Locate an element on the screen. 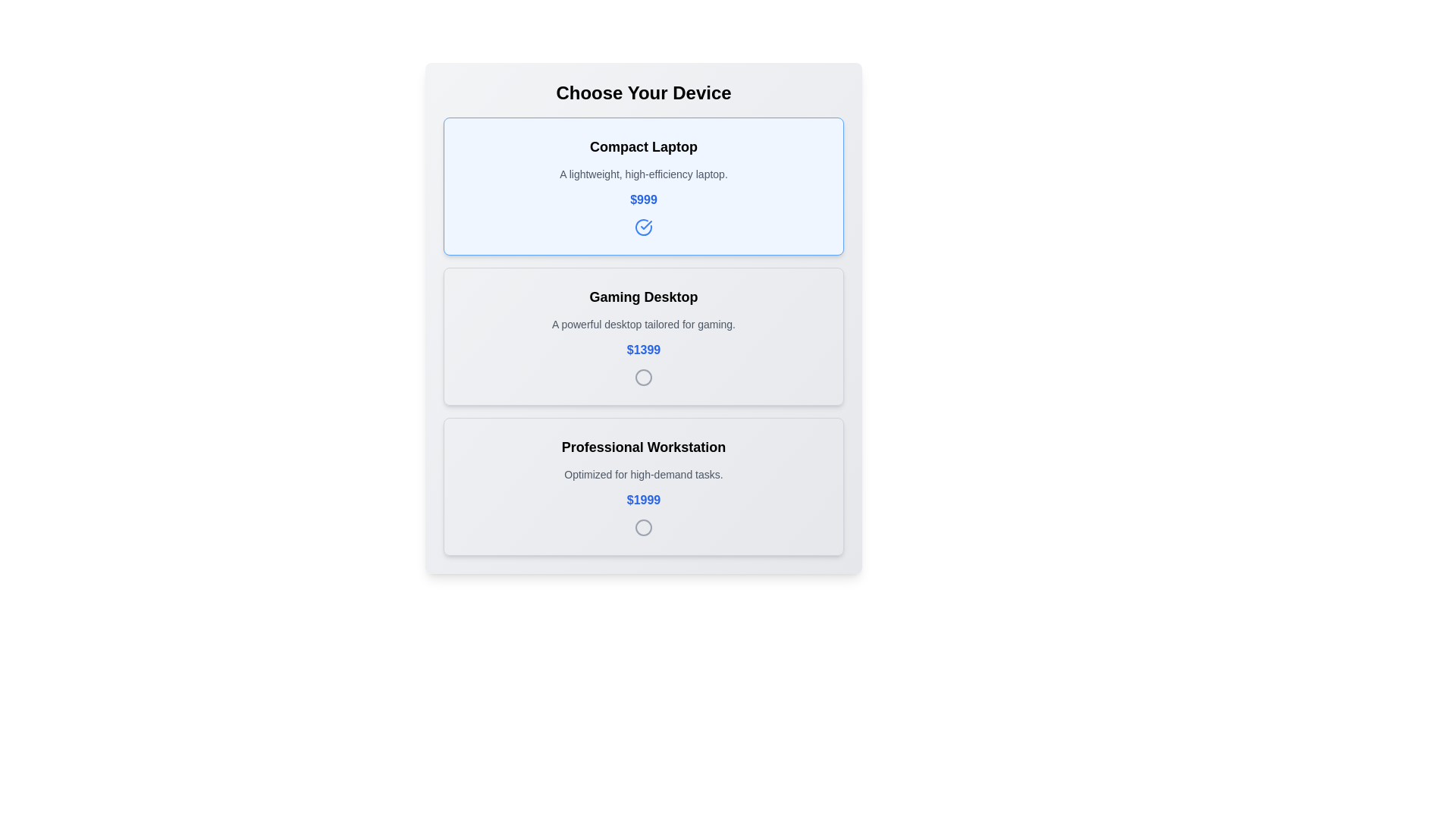 Image resolution: width=1456 pixels, height=819 pixels. the circular blue icon with a white checkmark located beneath the '$999' price text in the 'Compact Laptop' selection card by moving the cursor to its center is located at coordinates (644, 227).